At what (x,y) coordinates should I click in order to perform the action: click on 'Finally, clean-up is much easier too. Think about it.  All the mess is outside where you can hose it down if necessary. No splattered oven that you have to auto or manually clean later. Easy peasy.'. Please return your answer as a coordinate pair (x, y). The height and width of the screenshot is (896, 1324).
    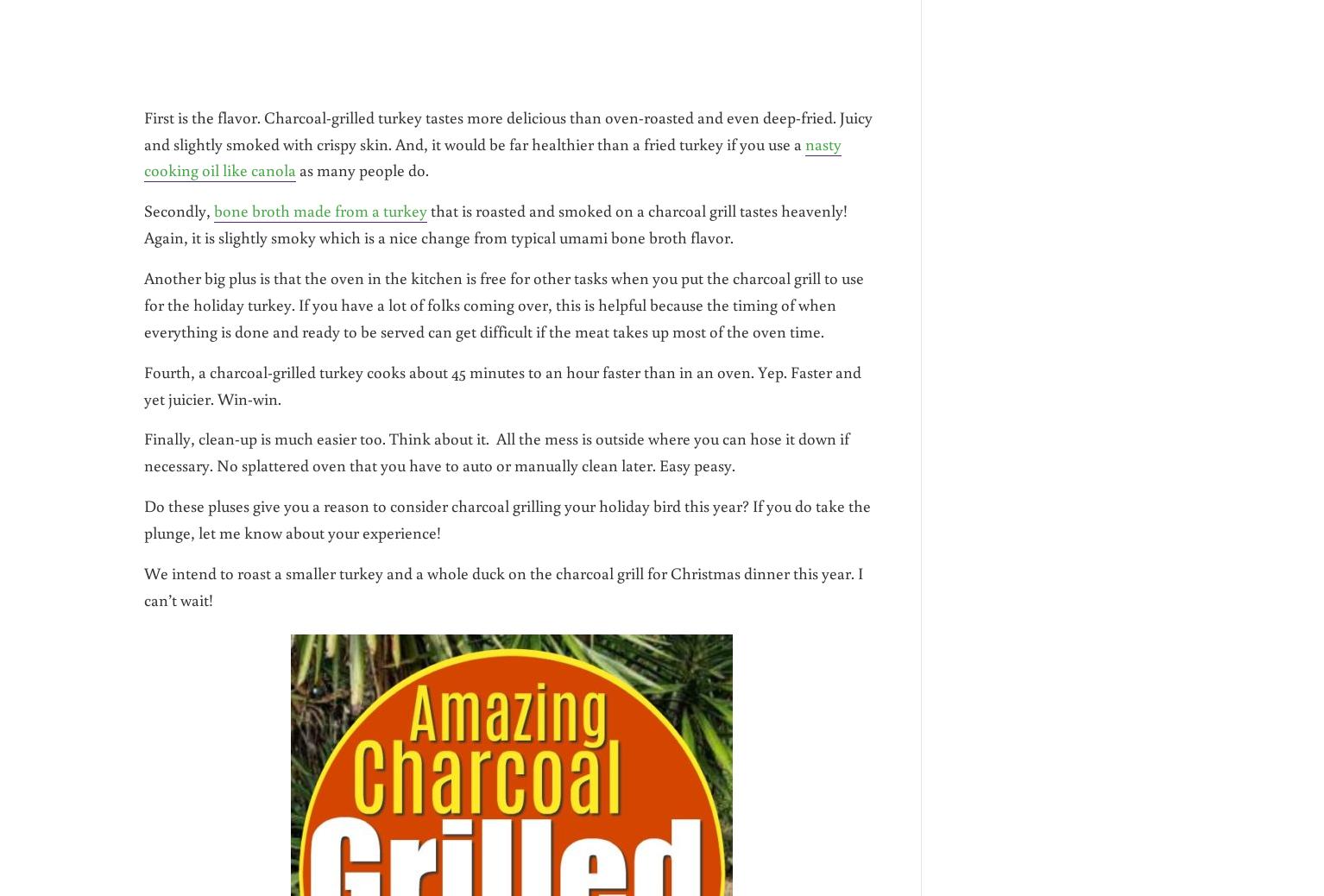
    Looking at the image, I should click on (496, 451).